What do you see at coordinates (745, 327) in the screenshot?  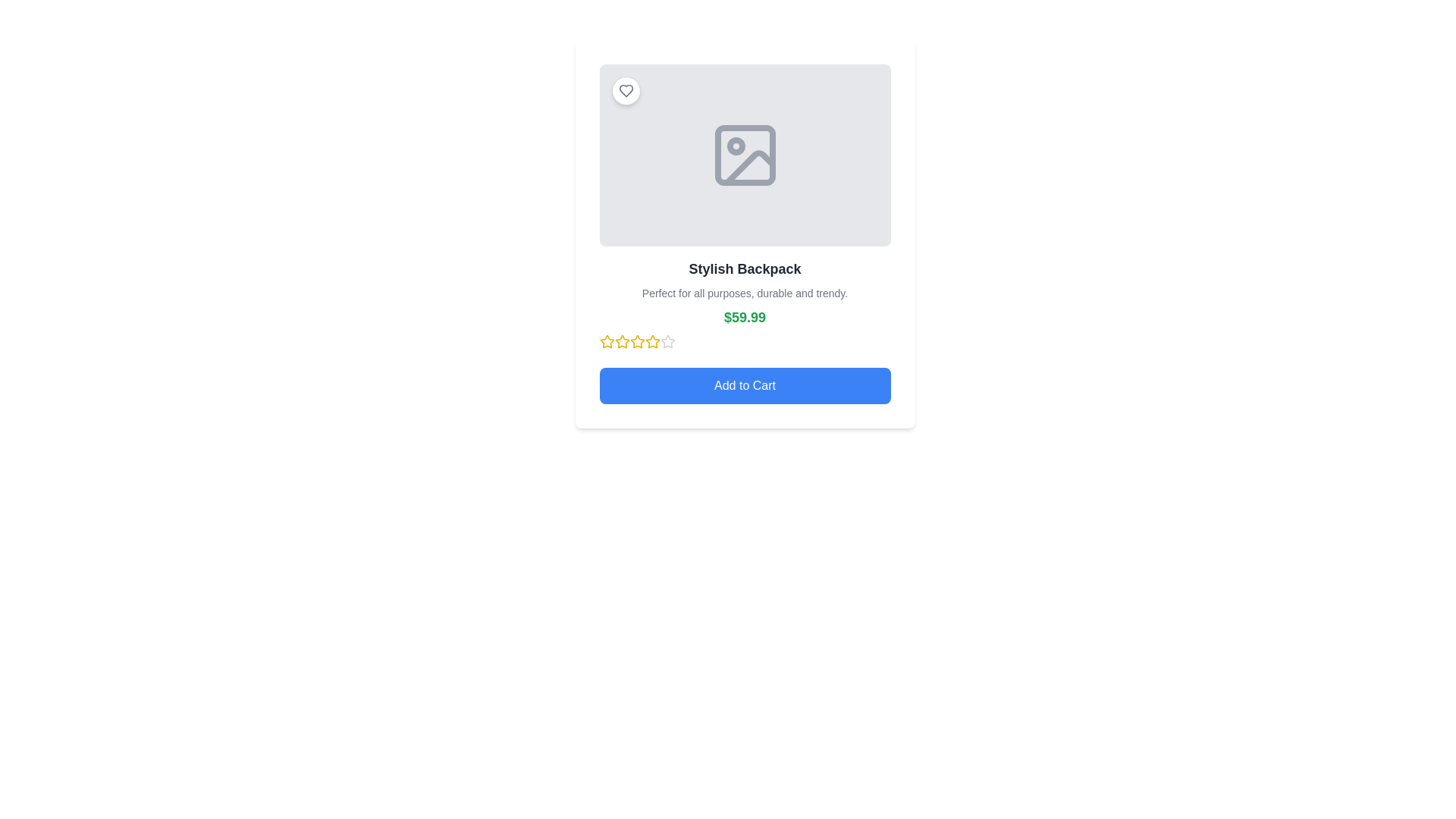 I see `price information displayed in the Text label located centrally within the product card layout, positioned below the product description and above the star-shaped rating icons` at bounding box center [745, 327].